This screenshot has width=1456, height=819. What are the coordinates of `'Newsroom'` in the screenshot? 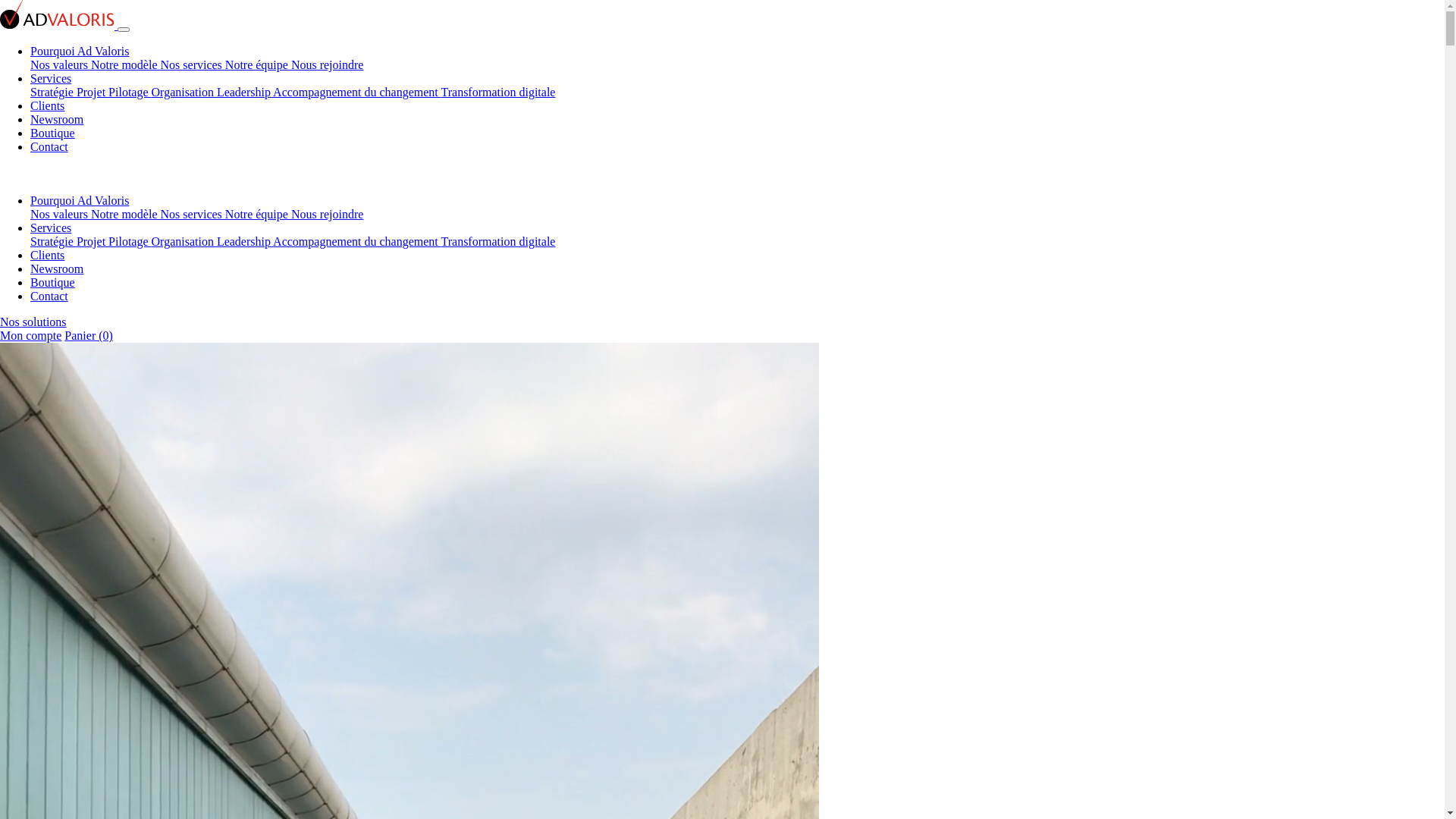 It's located at (30, 118).